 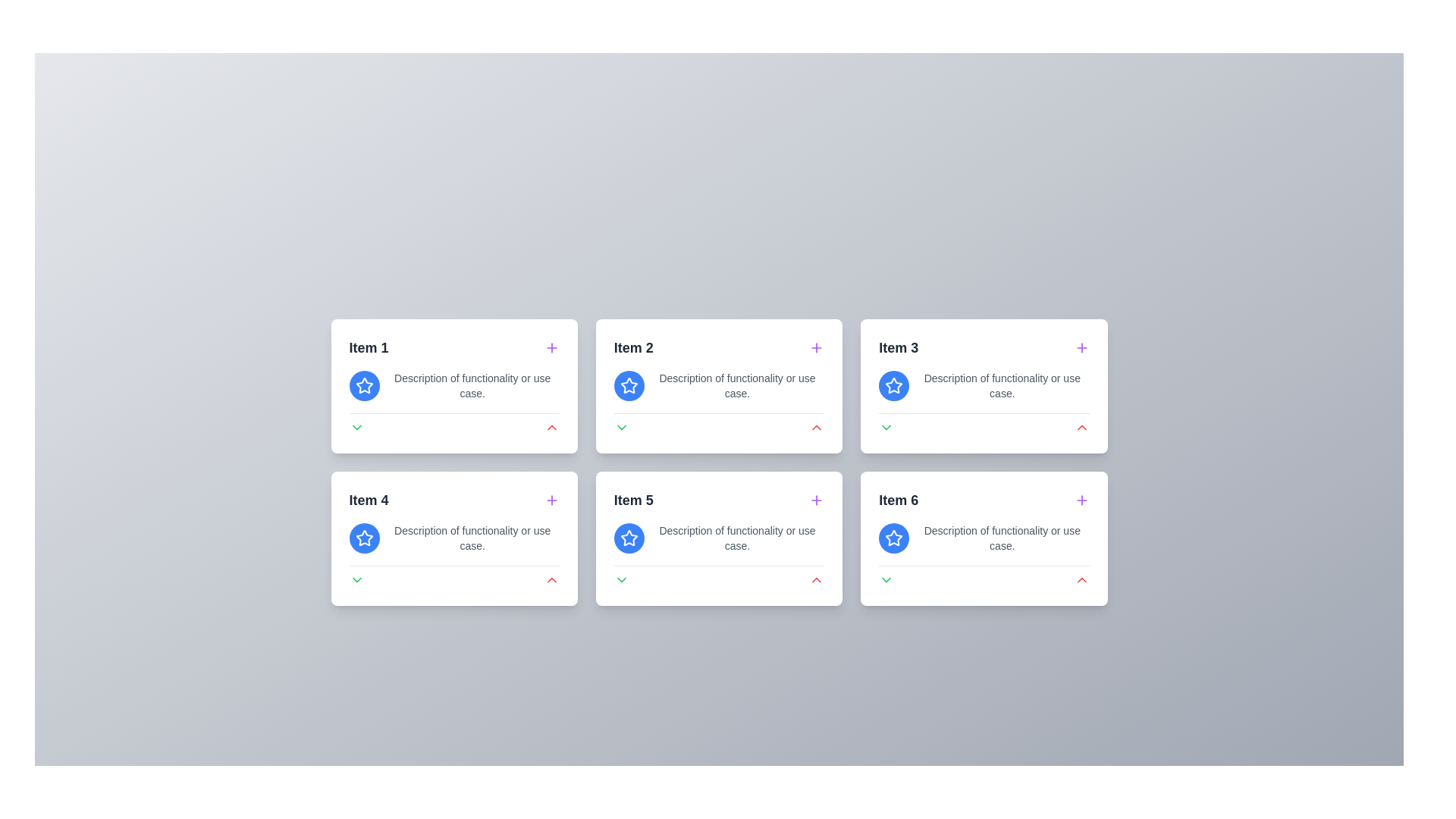 What do you see at coordinates (364, 537) in the screenshot?
I see `the star icon button located in the upper left corner of the 'Item 4' card to mark it as a favorite` at bounding box center [364, 537].